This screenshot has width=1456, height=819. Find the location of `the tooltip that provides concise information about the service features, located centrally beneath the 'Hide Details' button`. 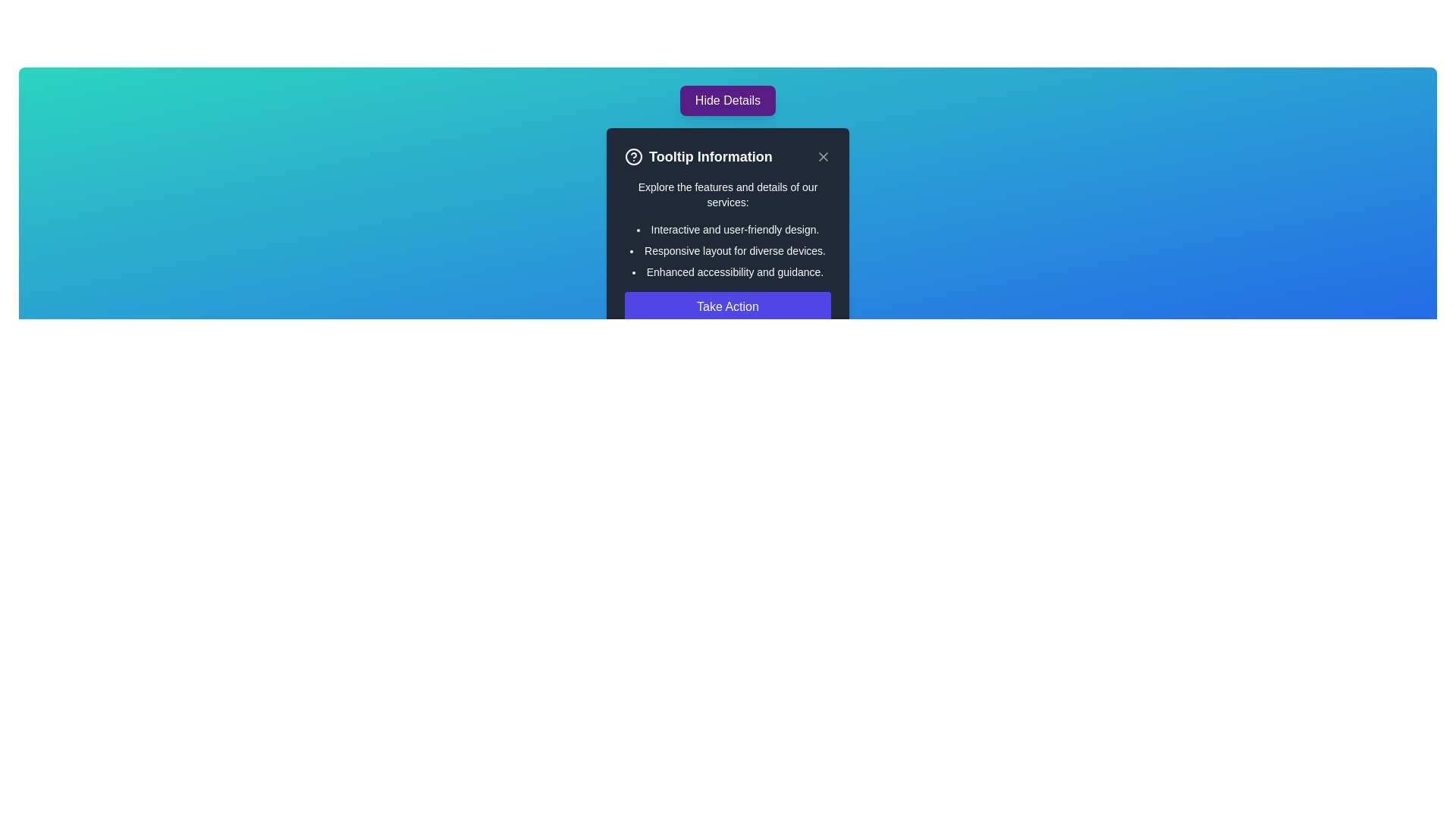

the tooltip that provides concise information about the service features, located centrally beneath the 'Hide Details' button is located at coordinates (728, 234).